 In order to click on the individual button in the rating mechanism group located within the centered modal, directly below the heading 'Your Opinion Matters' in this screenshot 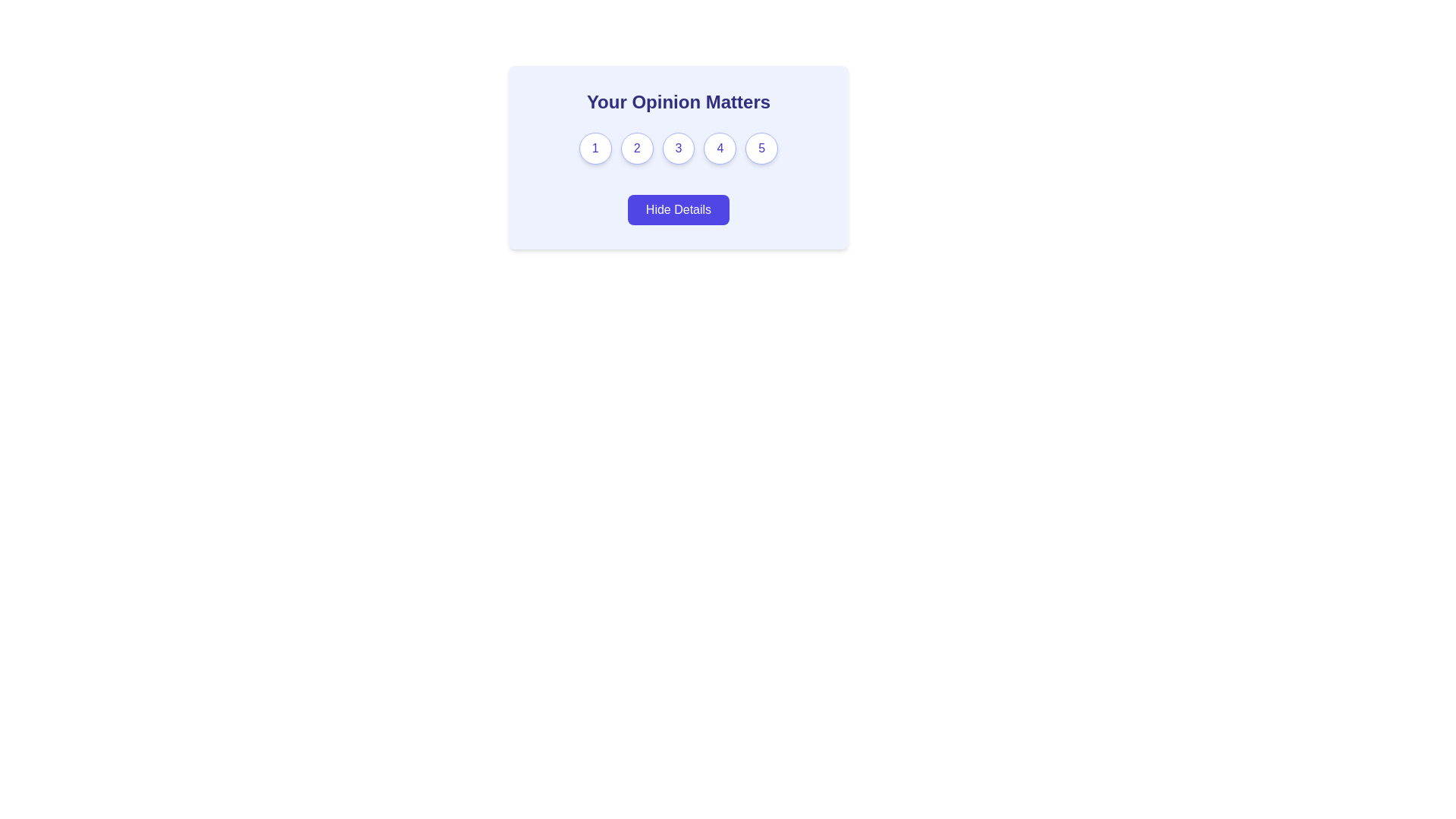, I will do `click(677, 149)`.